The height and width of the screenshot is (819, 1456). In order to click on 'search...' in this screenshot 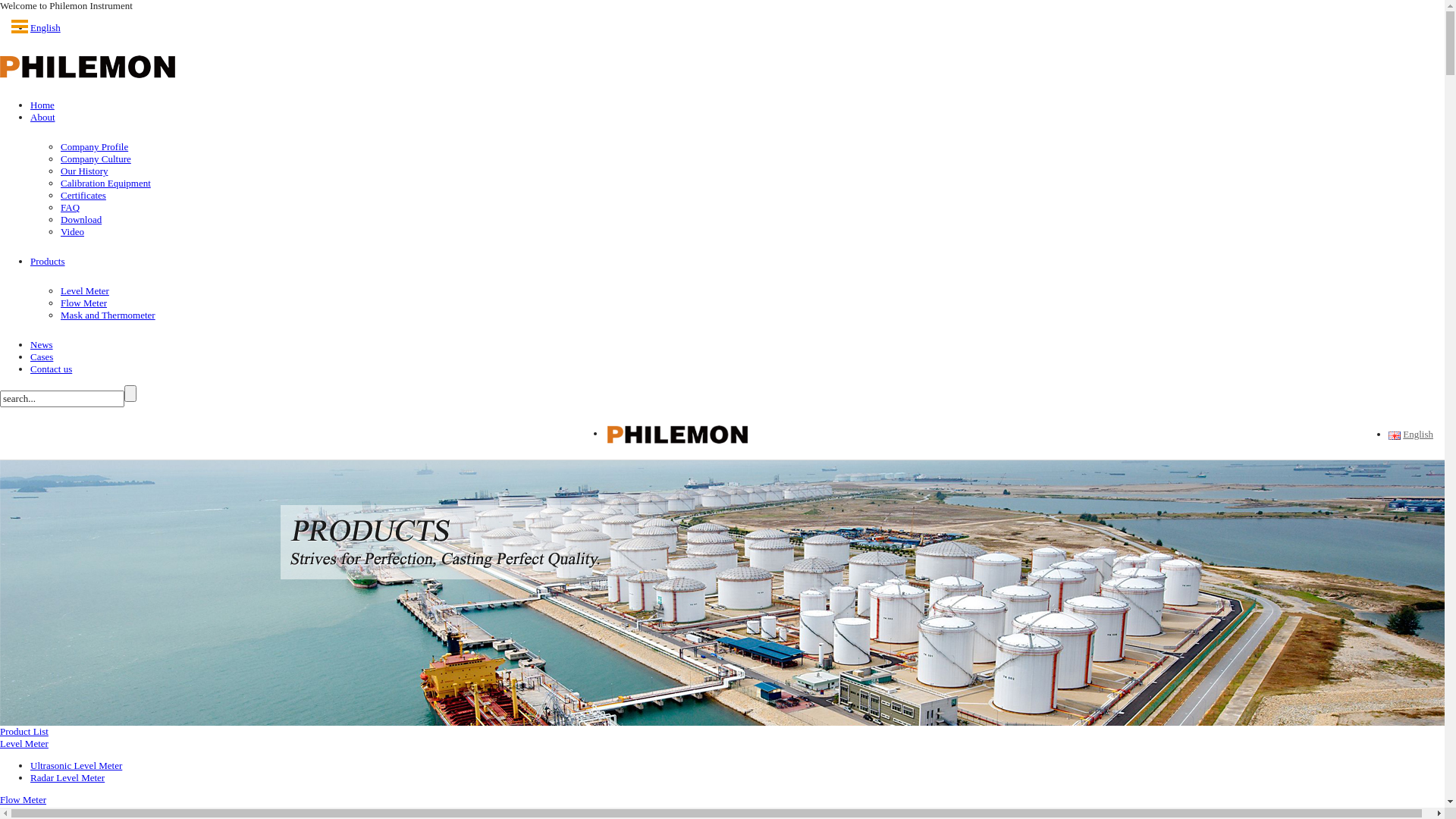, I will do `click(0, 397)`.